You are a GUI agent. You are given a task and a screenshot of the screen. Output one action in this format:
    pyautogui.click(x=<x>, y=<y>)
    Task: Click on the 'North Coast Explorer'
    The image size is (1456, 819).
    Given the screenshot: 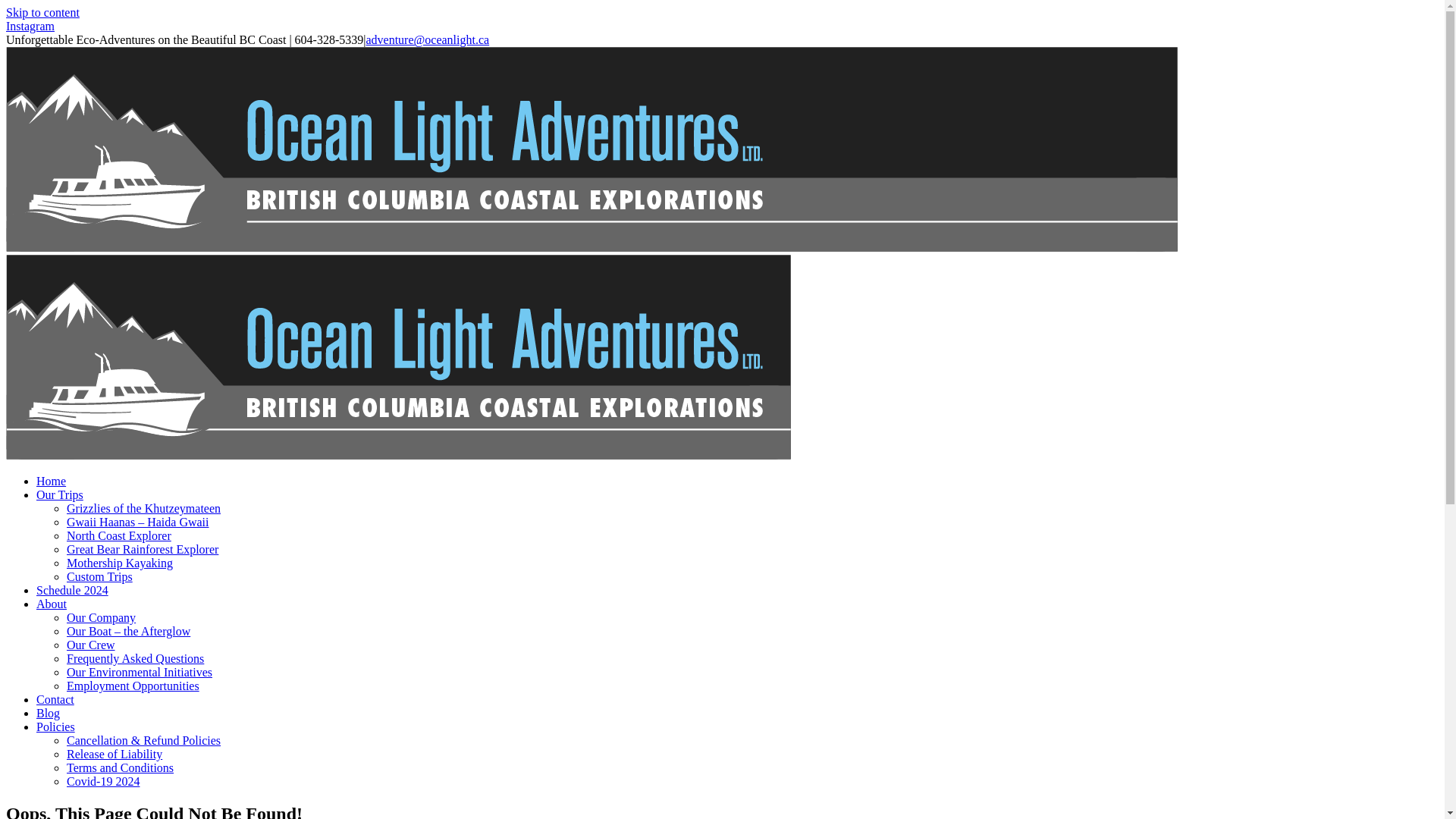 What is the action you would take?
    pyautogui.click(x=118, y=535)
    